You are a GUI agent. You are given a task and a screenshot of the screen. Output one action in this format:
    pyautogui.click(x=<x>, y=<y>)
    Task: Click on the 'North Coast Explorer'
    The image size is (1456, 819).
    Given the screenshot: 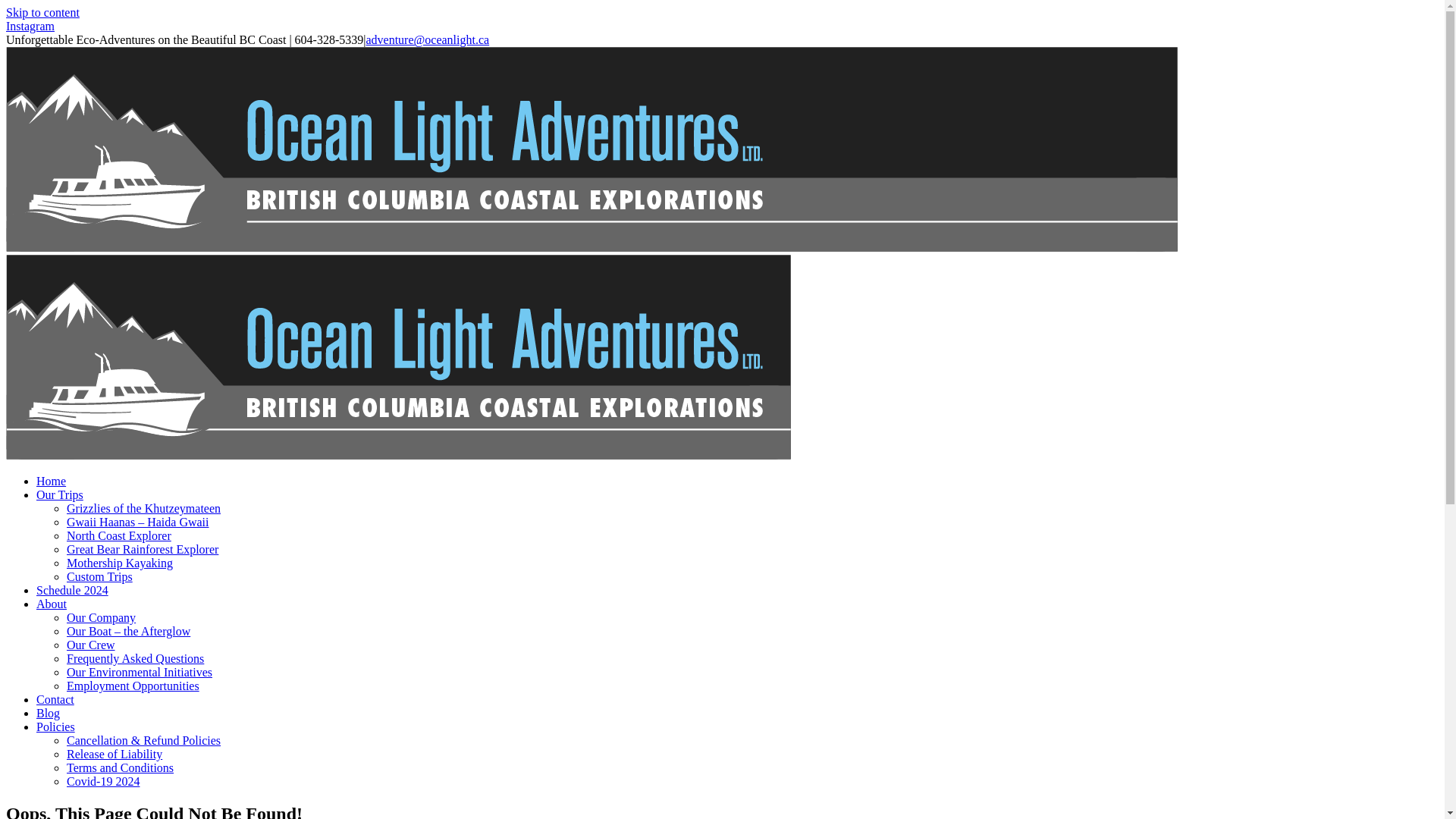 What is the action you would take?
    pyautogui.click(x=118, y=535)
    